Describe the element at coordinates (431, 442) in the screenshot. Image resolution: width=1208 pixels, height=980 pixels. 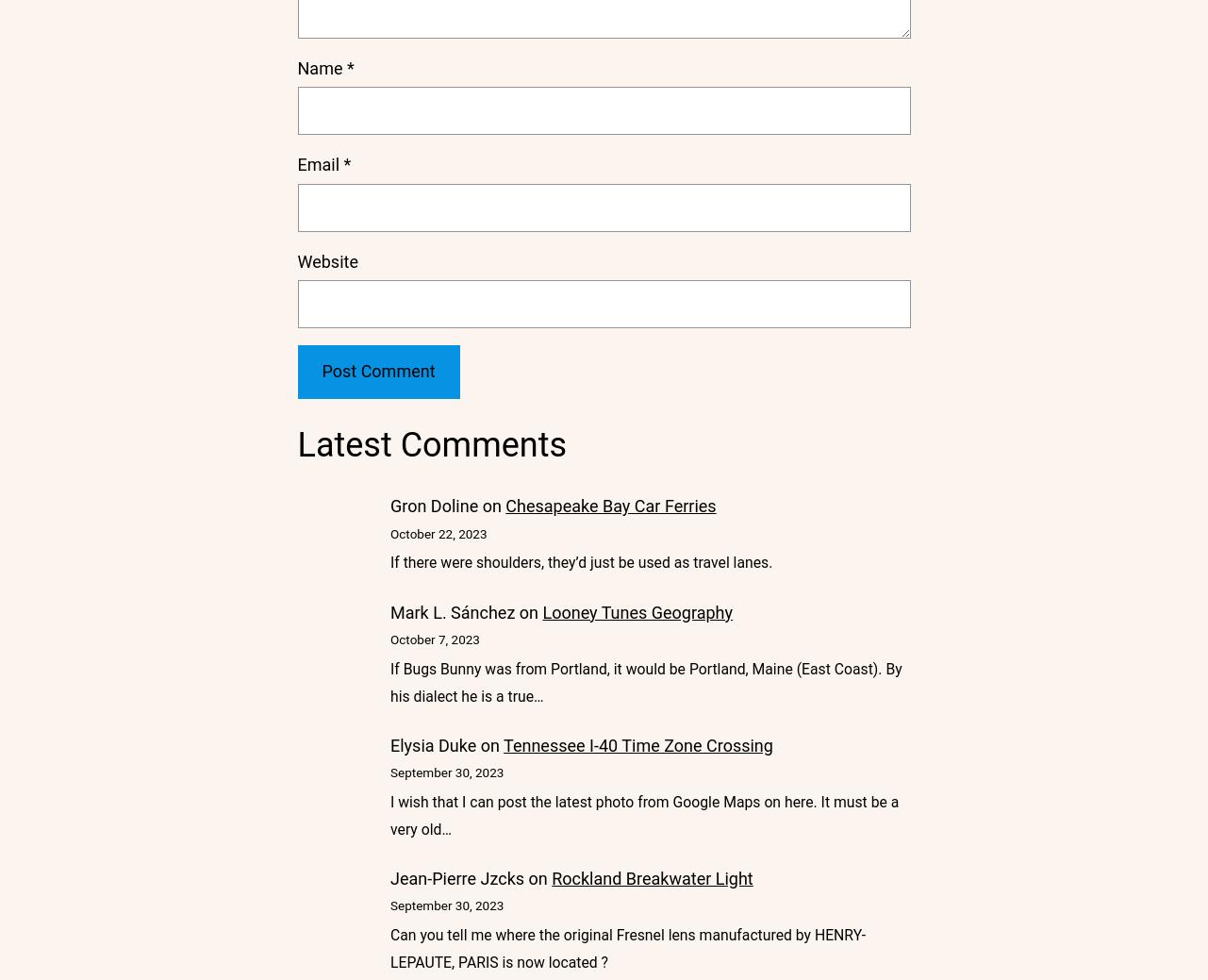
I see `'Latest Comments'` at that location.